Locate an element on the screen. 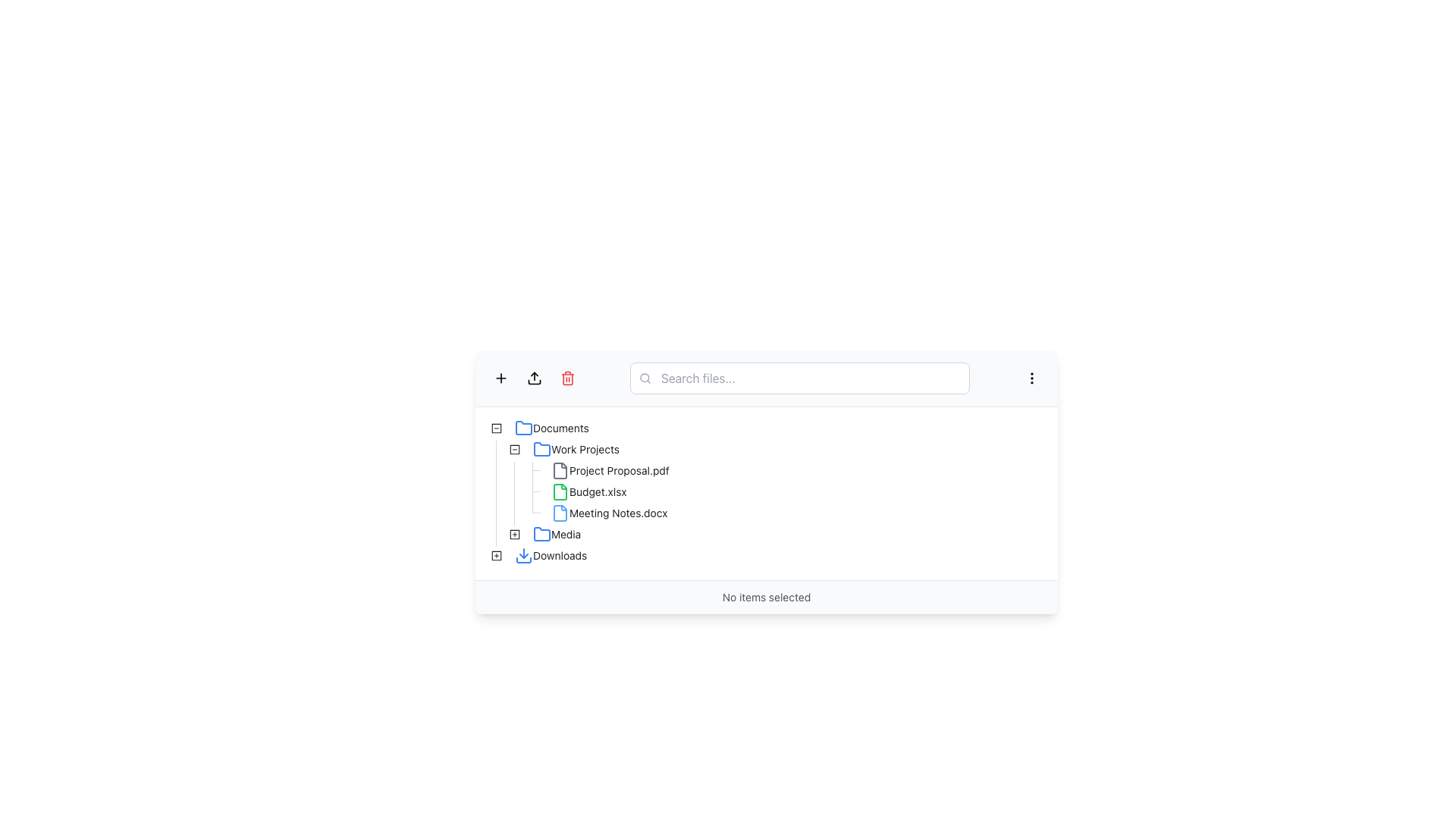  the button to the left of the 'Downloads' text node is located at coordinates (496, 555).